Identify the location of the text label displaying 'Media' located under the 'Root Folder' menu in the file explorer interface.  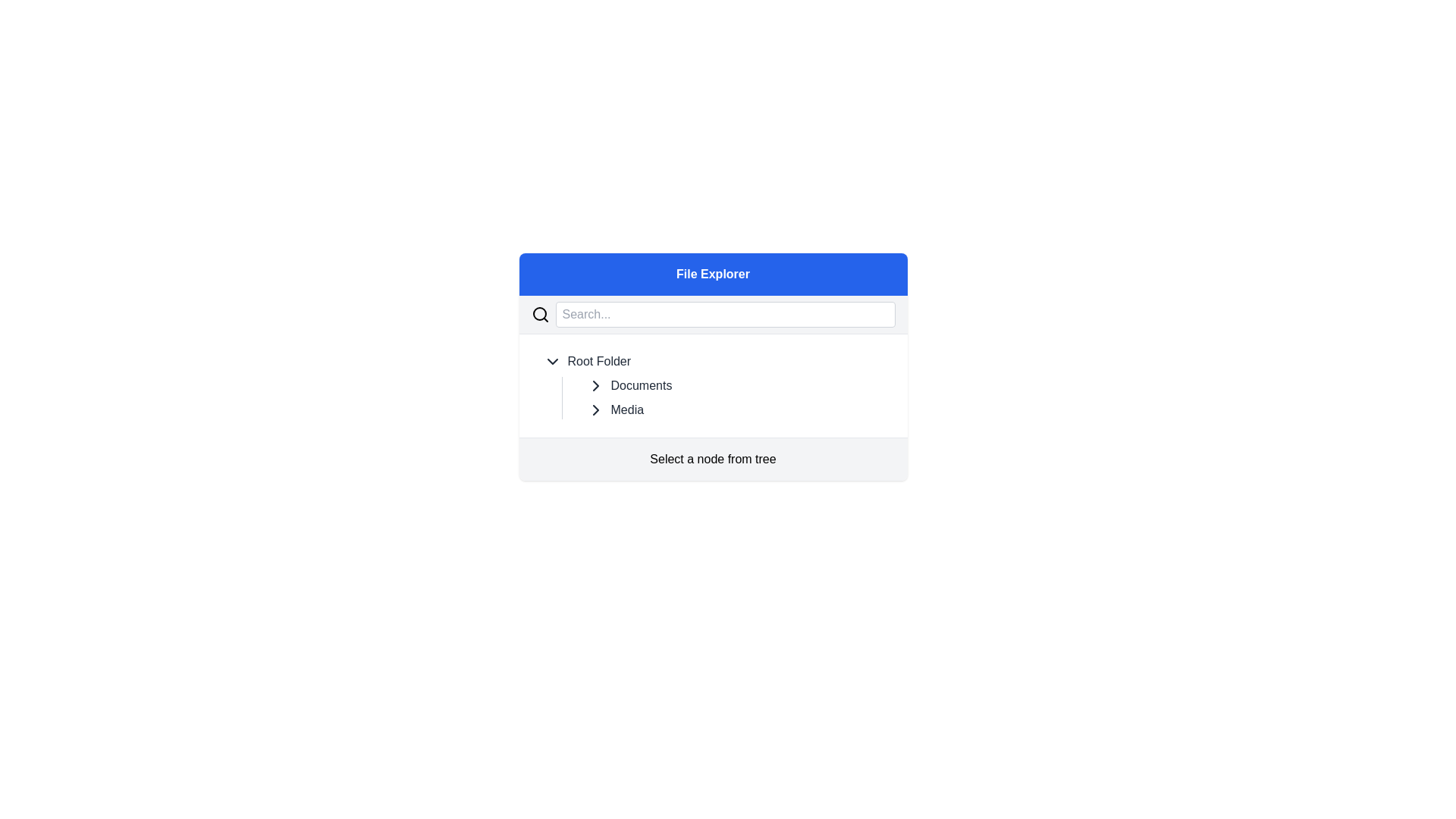
(627, 409).